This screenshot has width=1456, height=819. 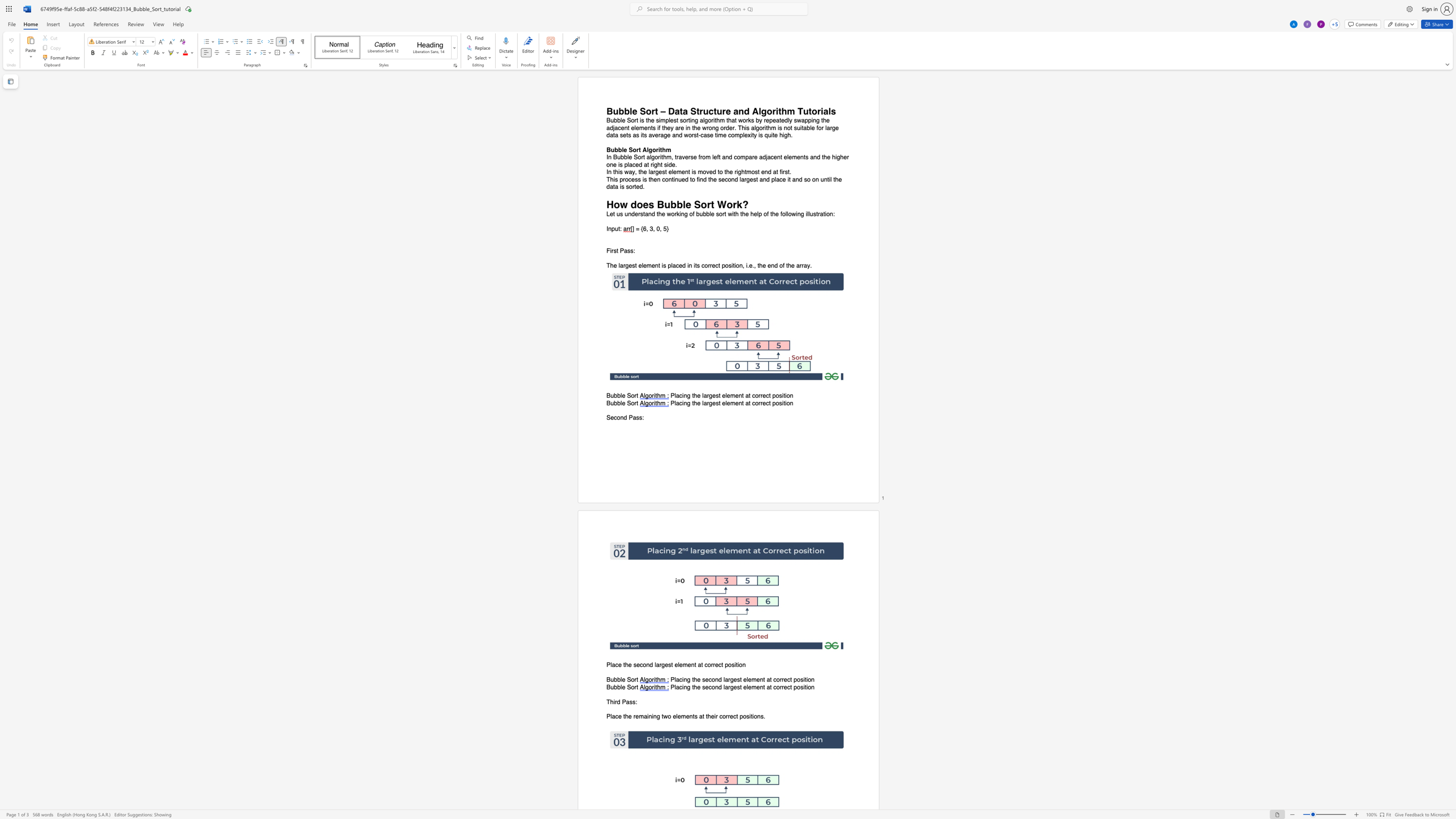 What do you see at coordinates (718, 266) in the screenshot?
I see `the 4th character "t" in the text` at bounding box center [718, 266].